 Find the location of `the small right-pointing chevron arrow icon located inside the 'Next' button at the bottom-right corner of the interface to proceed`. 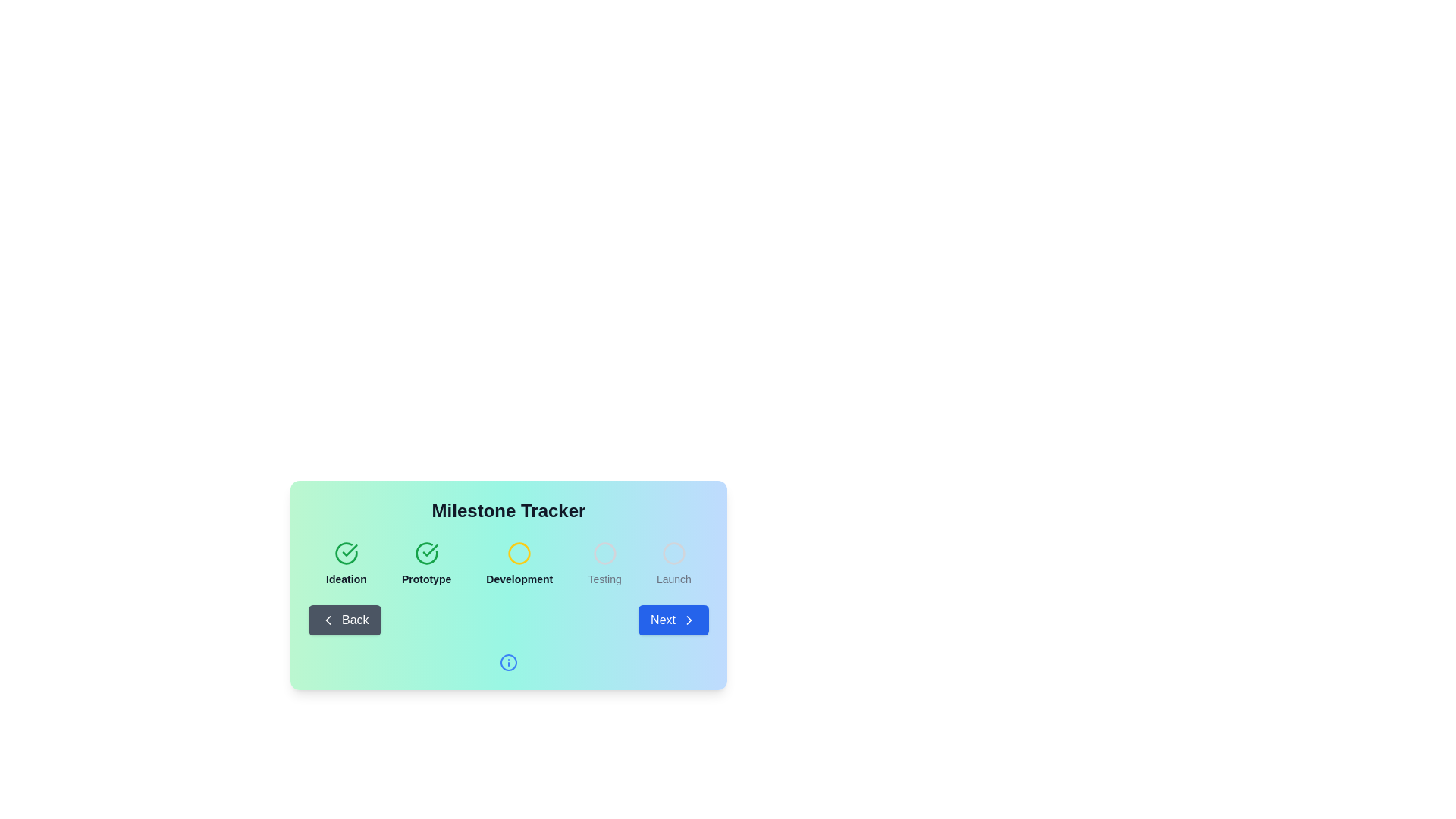

the small right-pointing chevron arrow icon located inside the 'Next' button at the bottom-right corner of the interface to proceed is located at coordinates (688, 620).